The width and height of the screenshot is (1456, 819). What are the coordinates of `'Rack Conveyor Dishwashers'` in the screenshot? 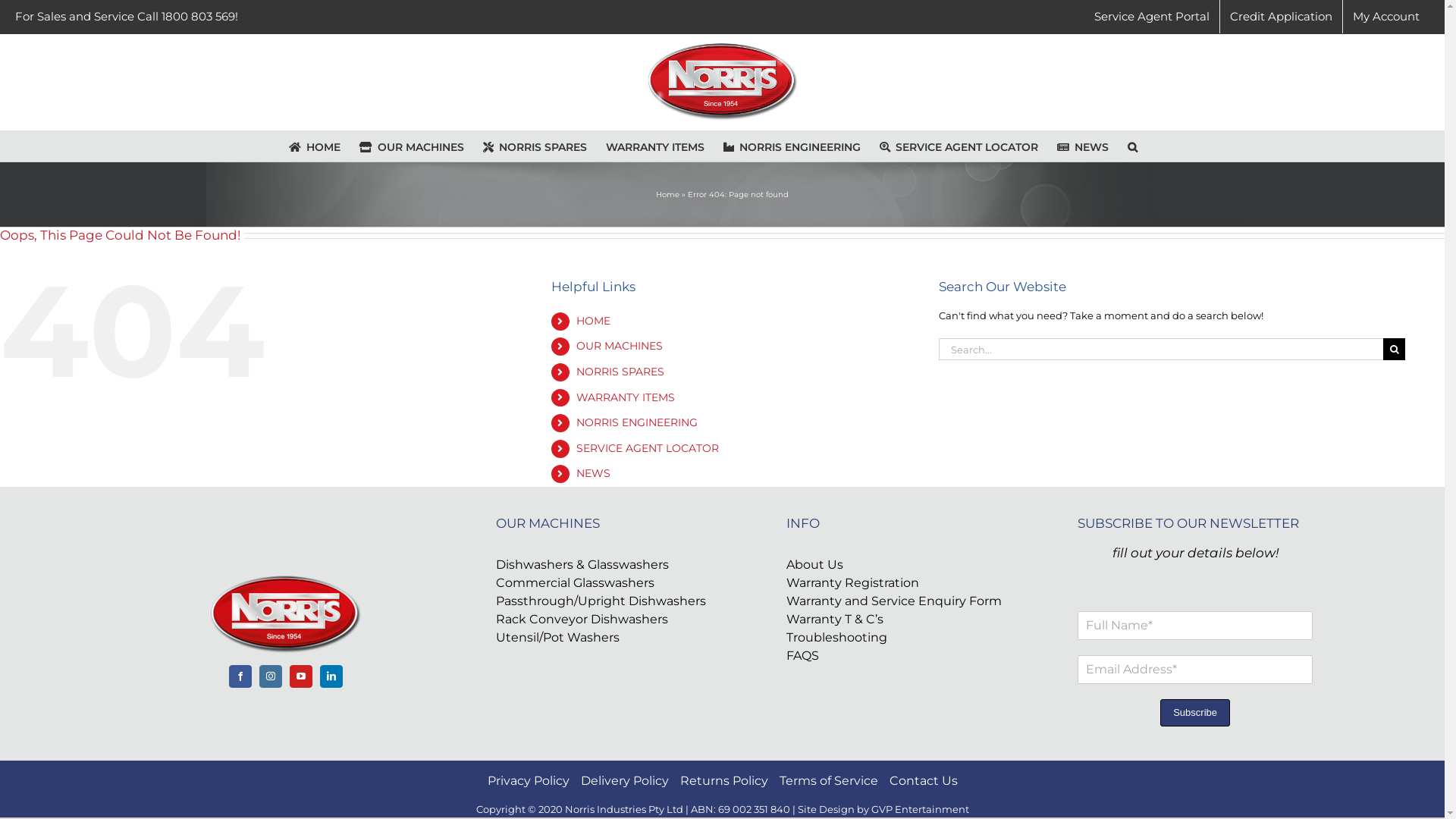 It's located at (613, 620).